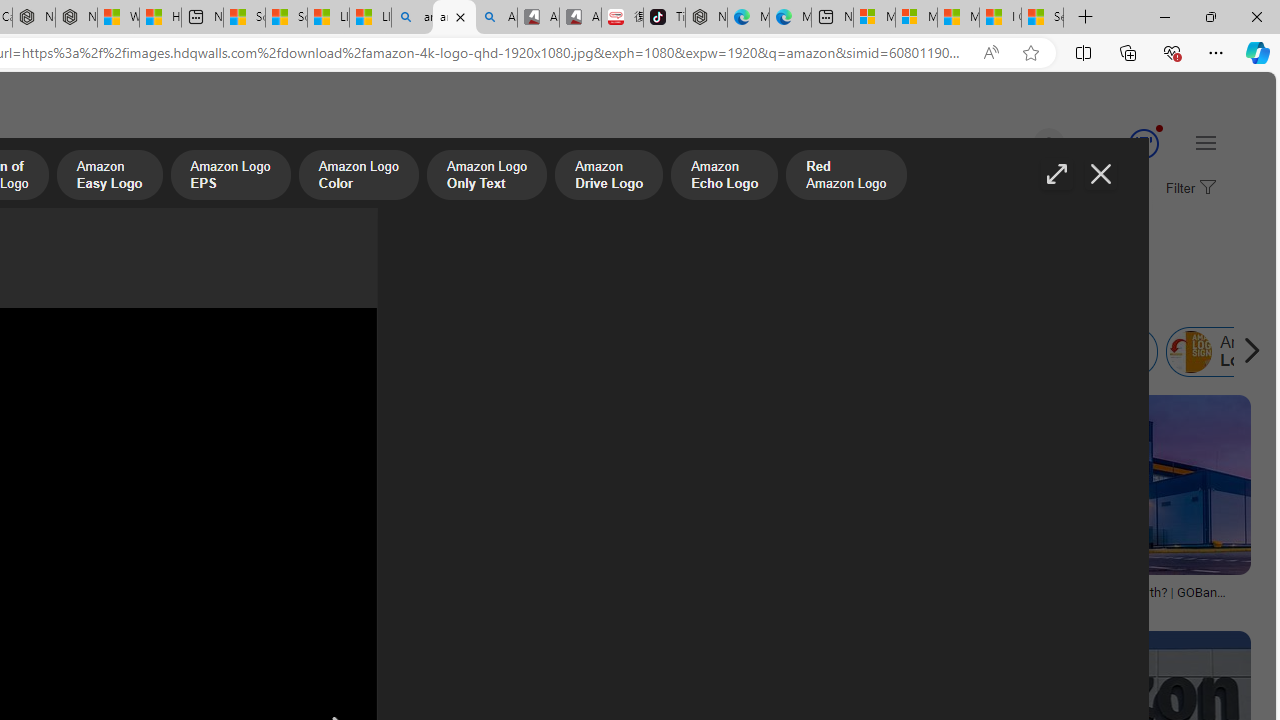 This screenshot has width=1280, height=720. Describe the element at coordinates (160, 17) in the screenshot. I see `'Huge shark washes ashore at New York City beach | Watch'` at that location.